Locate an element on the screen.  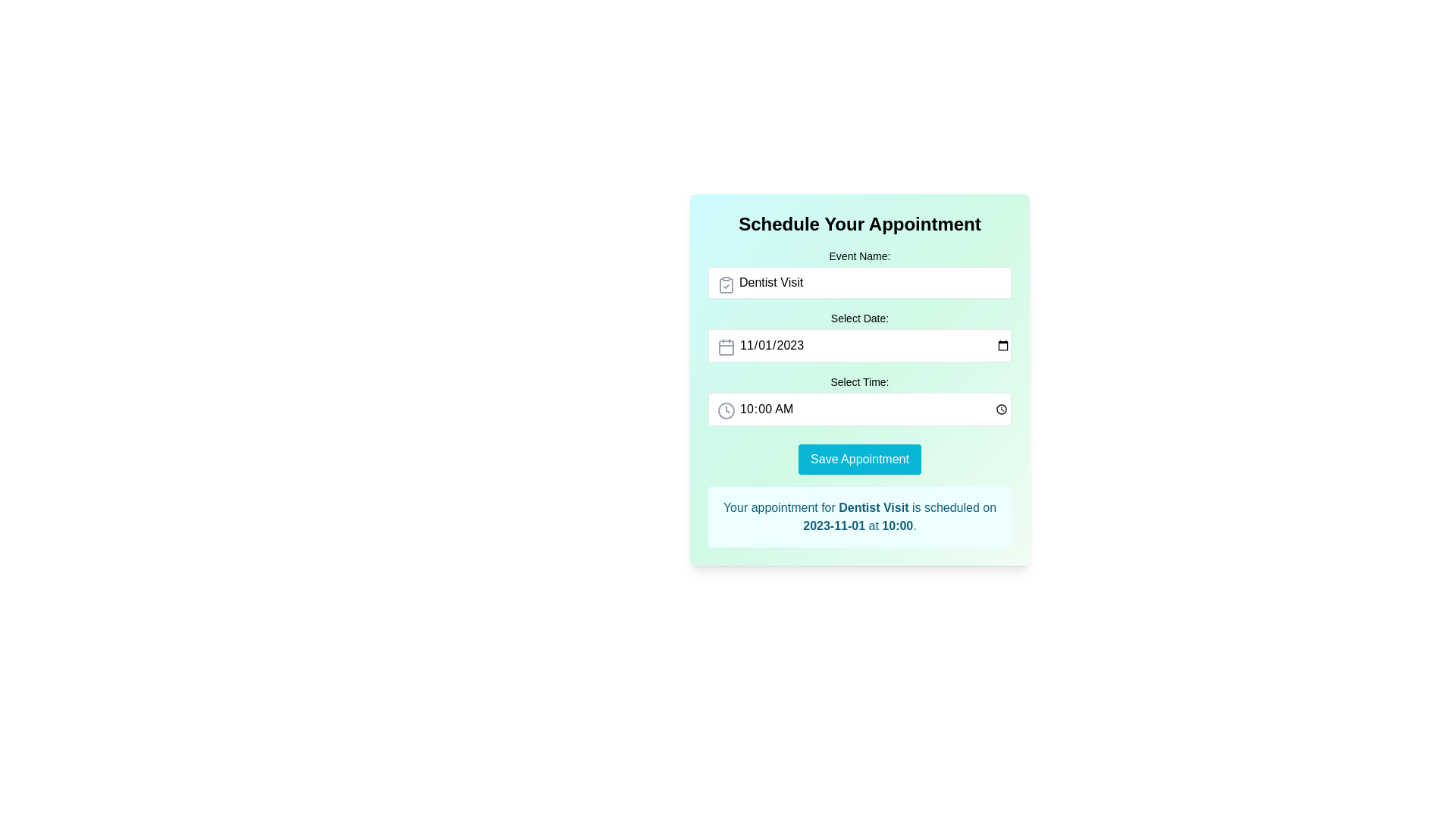
the clipboard icon with a check mark located inside the input field labeled 'Event Name', positioned at the left edge of the field is located at coordinates (726, 284).